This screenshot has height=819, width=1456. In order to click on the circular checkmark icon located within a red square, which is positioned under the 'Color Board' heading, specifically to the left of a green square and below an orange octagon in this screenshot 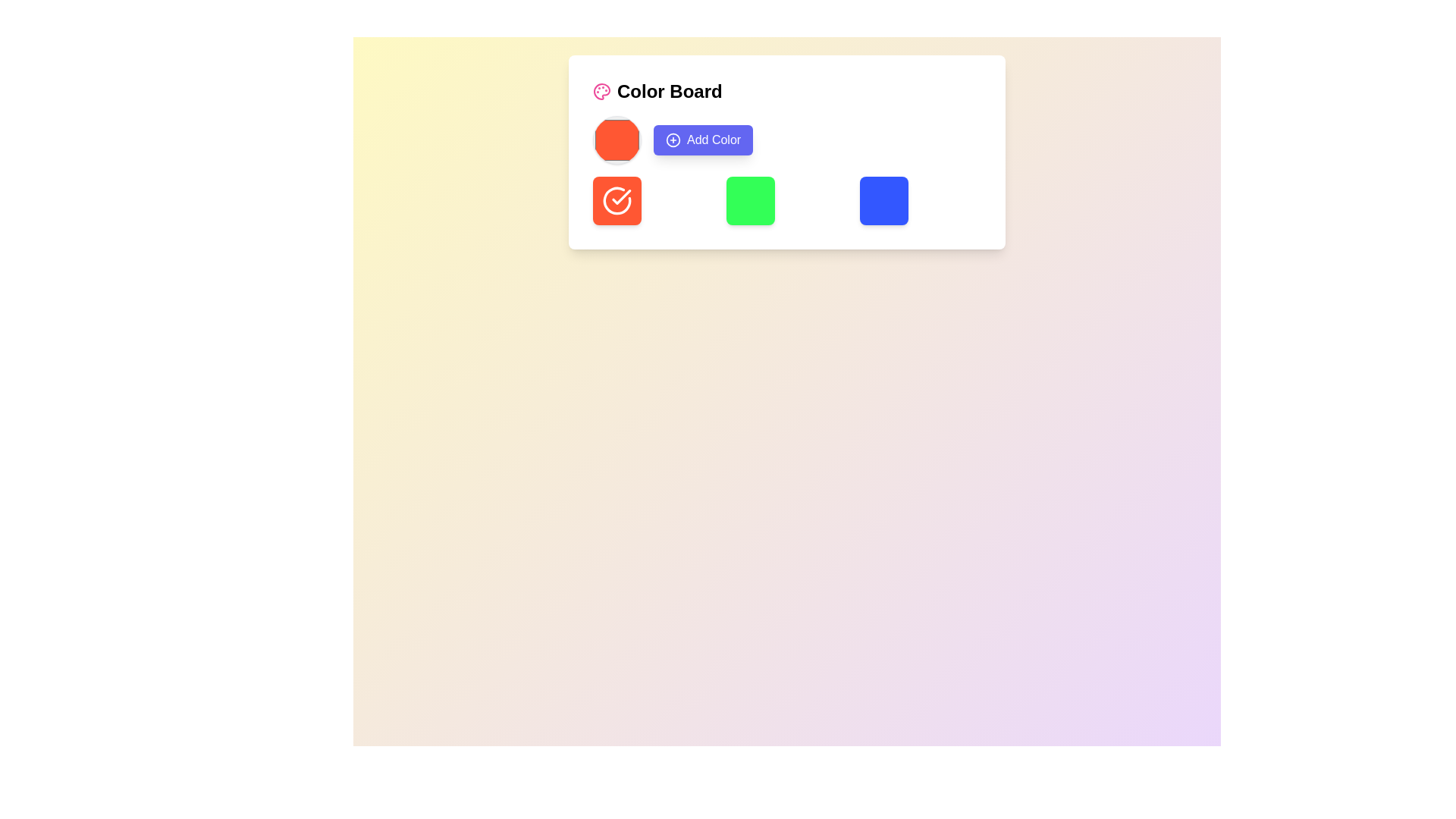, I will do `click(617, 200)`.